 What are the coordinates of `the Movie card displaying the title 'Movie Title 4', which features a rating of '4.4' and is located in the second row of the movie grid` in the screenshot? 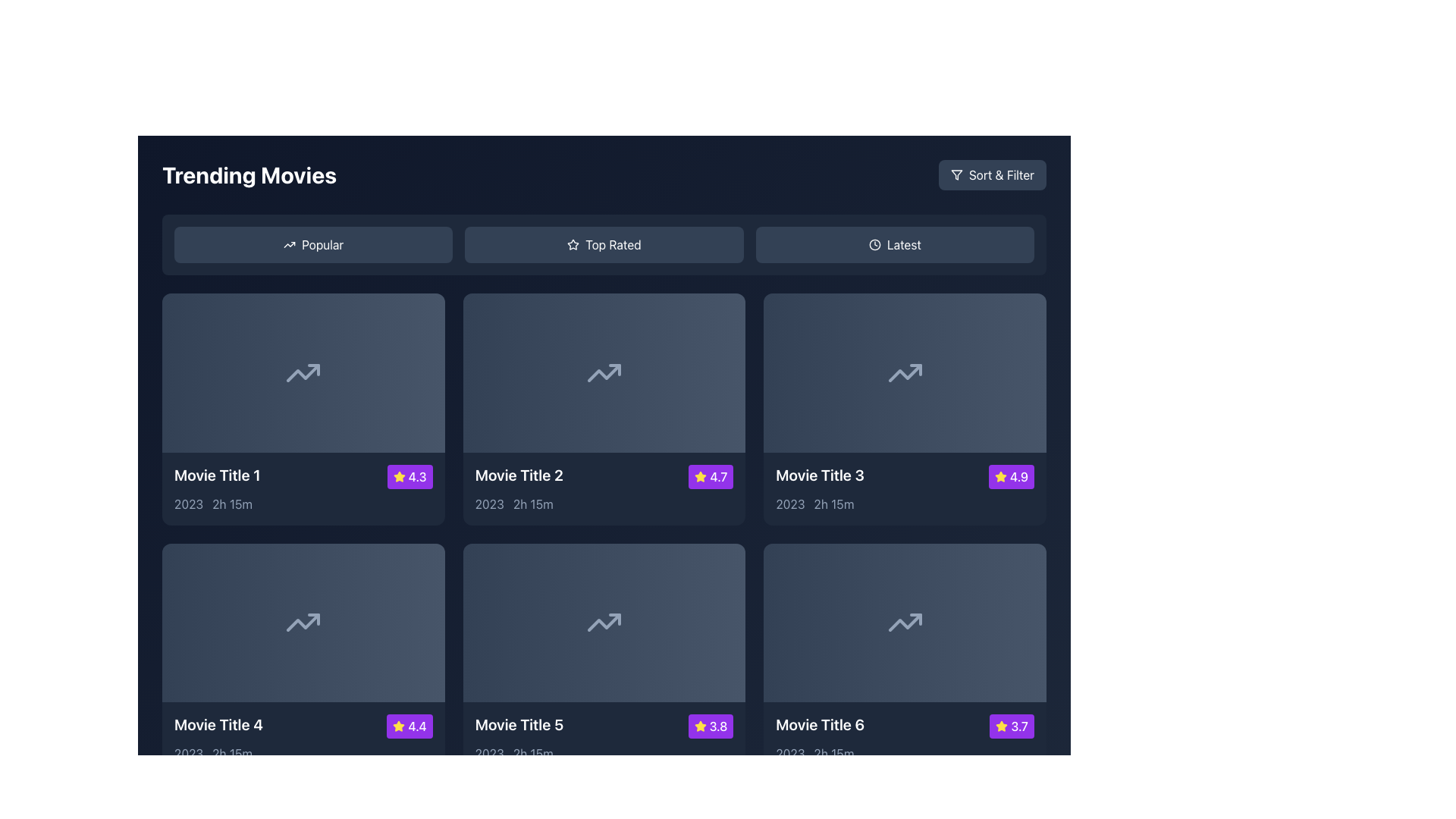 It's located at (303, 738).